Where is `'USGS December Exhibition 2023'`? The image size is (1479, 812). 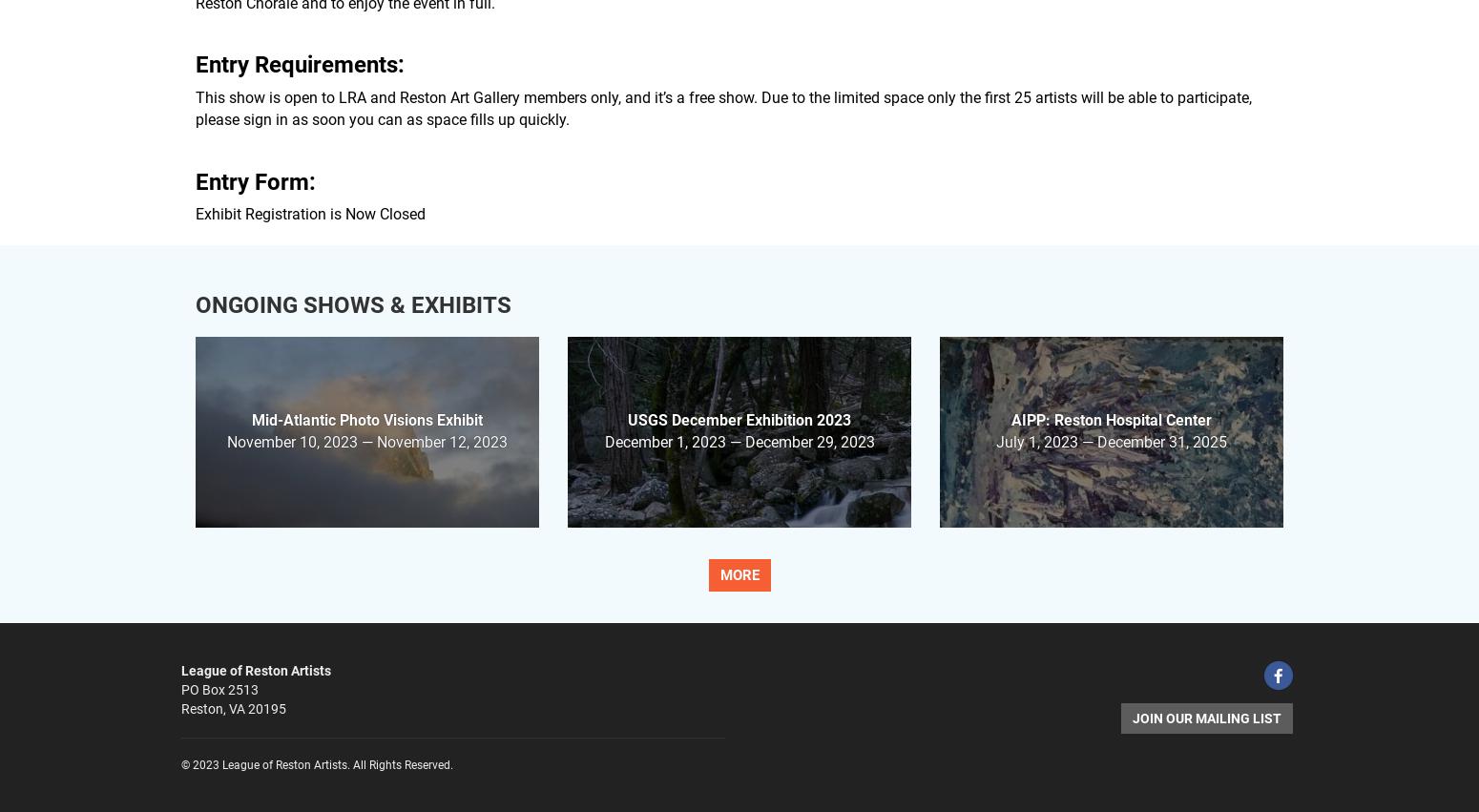
'USGS December Exhibition 2023' is located at coordinates (739, 420).